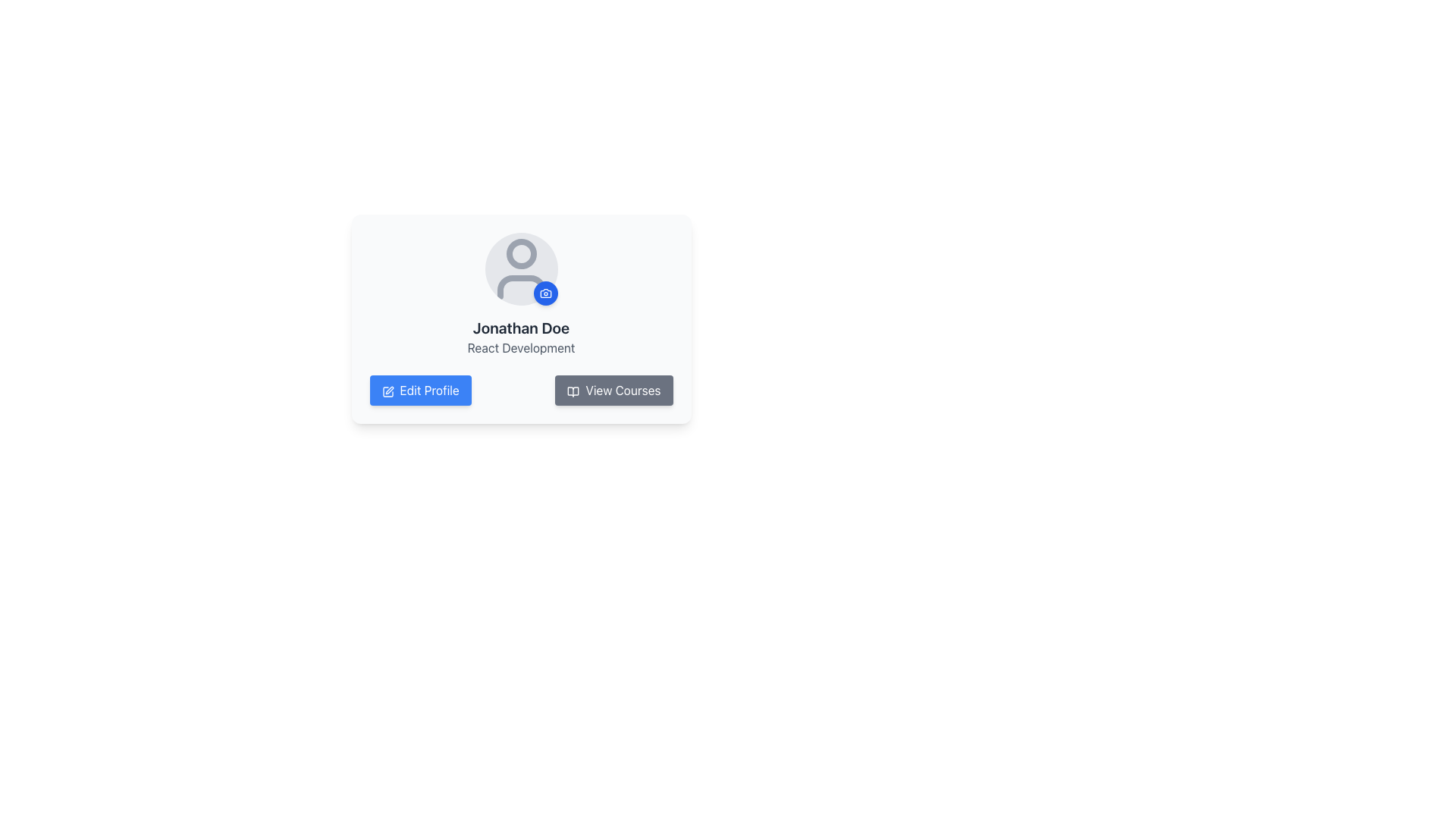 This screenshot has height=819, width=1456. What do you see at coordinates (521, 268) in the screenshot?
I see `the Profile Picture Placeholder` at bounding box center [521, 268].